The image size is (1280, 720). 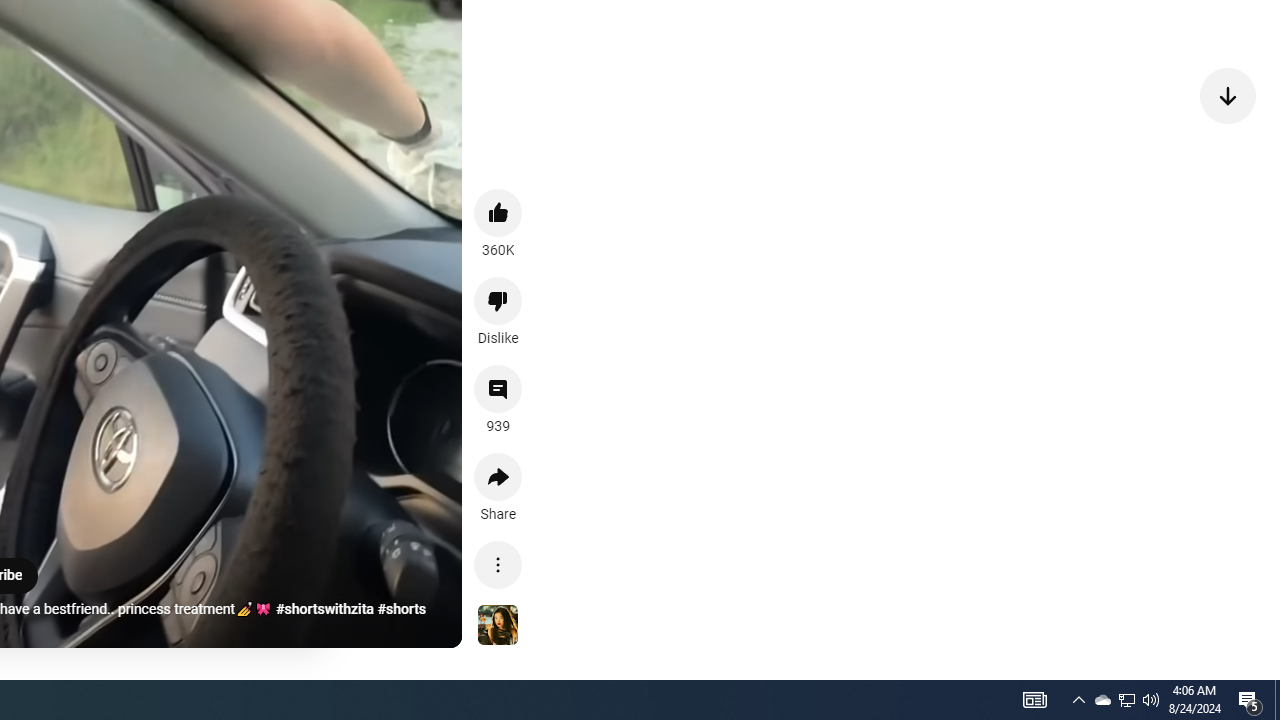 What do you see at coordinates (324, 608) in the screenshot?
I see `'#shortswithzita'` at bounding box center [324, 608].